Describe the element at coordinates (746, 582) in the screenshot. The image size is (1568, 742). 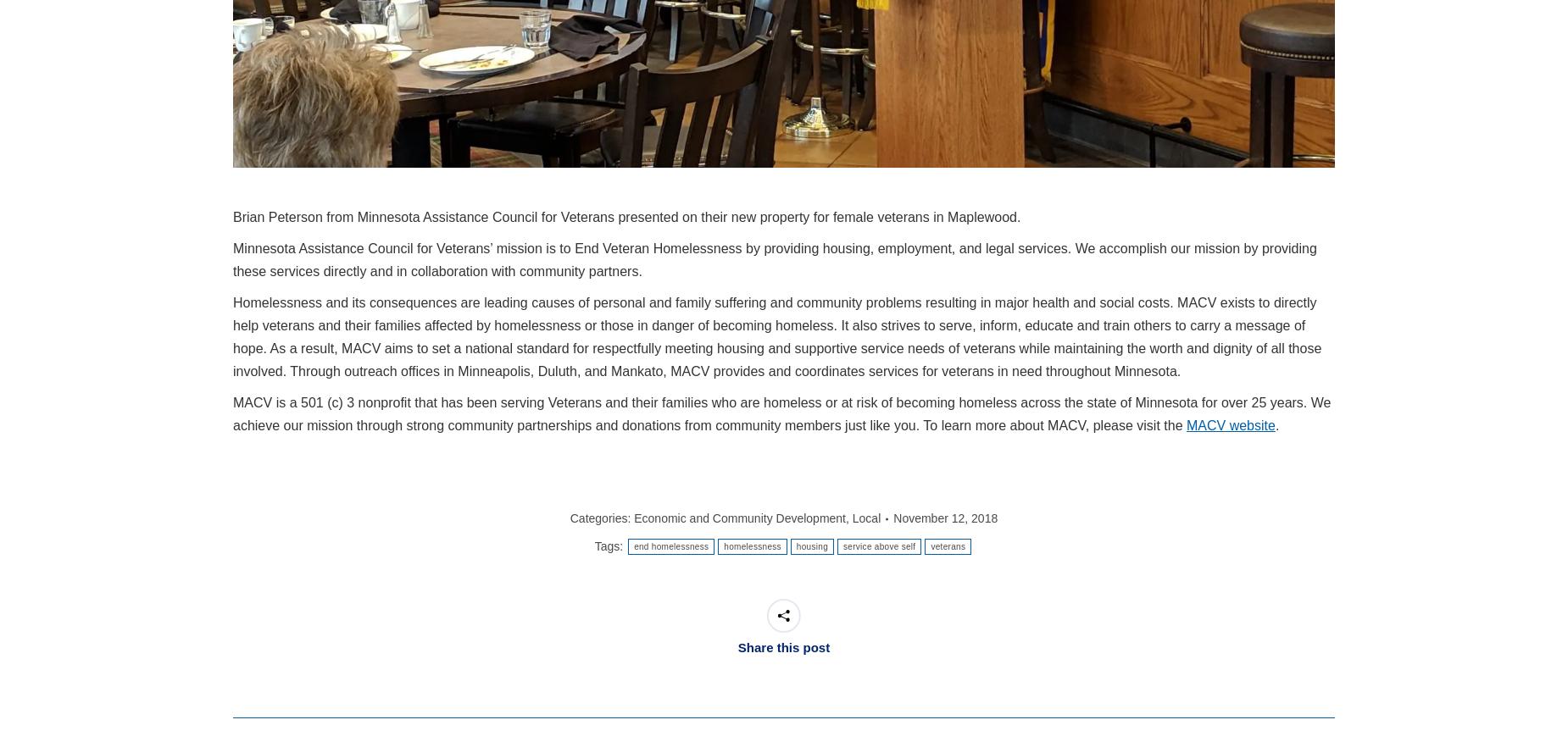
I see `'Pin it'` at that location.